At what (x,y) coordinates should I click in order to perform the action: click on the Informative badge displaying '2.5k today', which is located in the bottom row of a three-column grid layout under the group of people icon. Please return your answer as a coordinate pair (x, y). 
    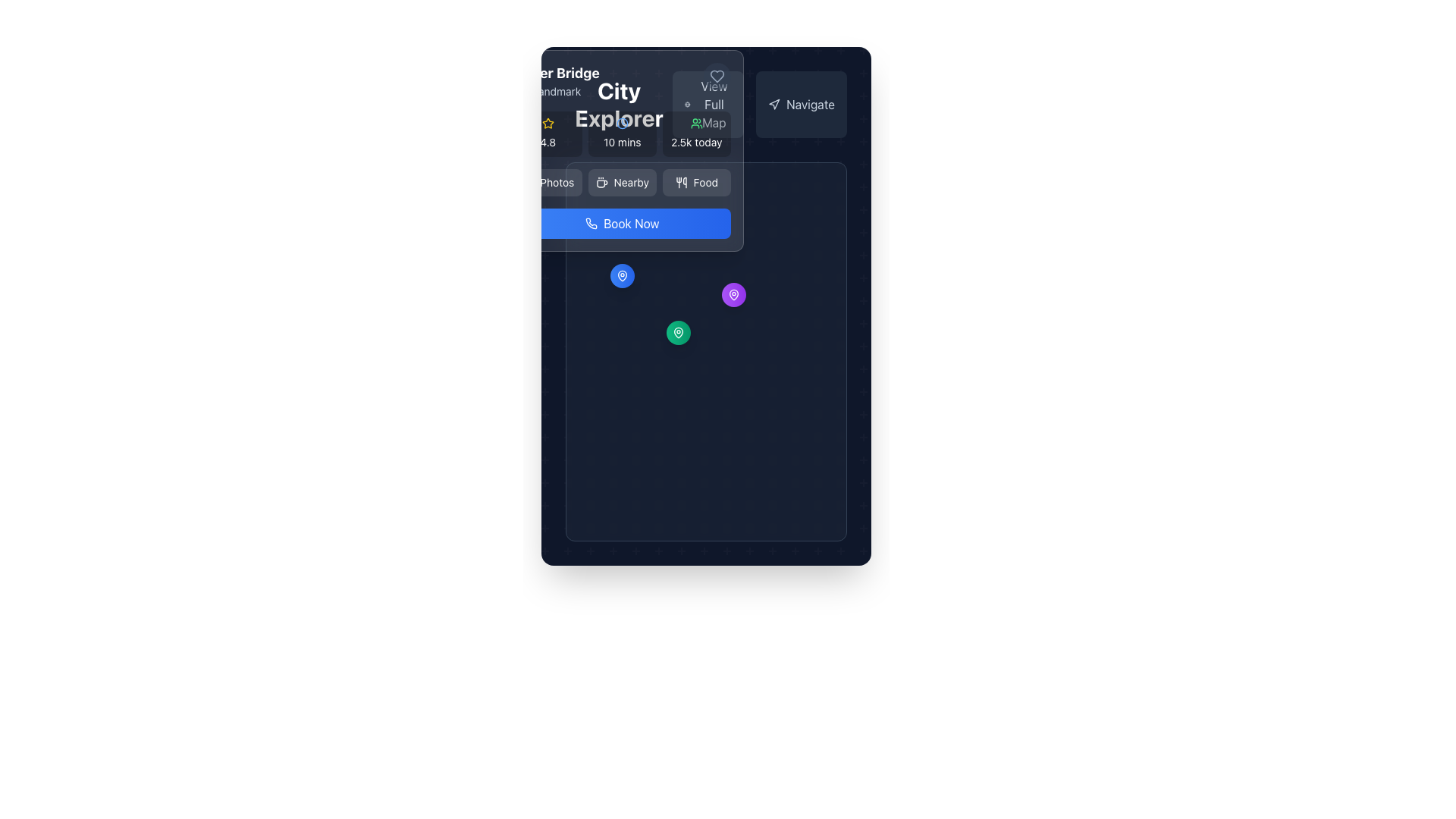
    Looking at the image, I should click on (695, 133).